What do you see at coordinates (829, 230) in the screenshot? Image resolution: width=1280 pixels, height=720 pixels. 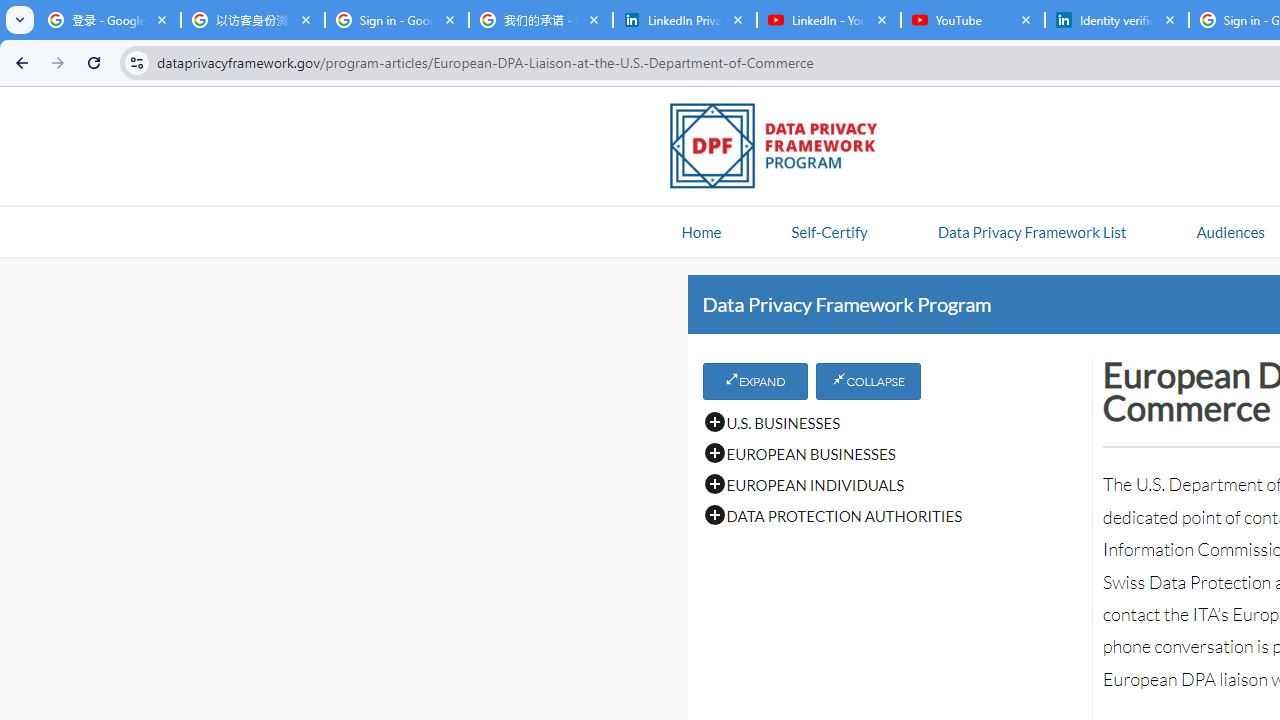 I see `'Self-Certify'` at bounding box center [829, 230].